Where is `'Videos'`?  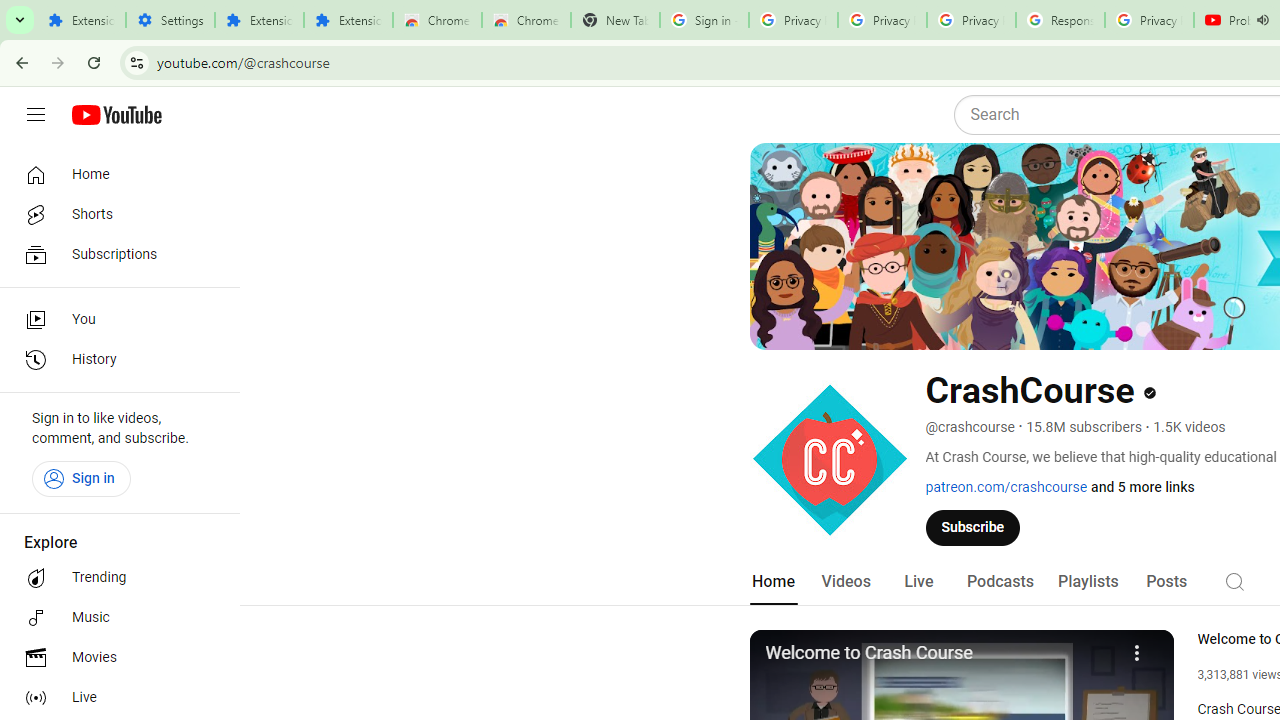 'Videos' is located at coordinates (845, 581).